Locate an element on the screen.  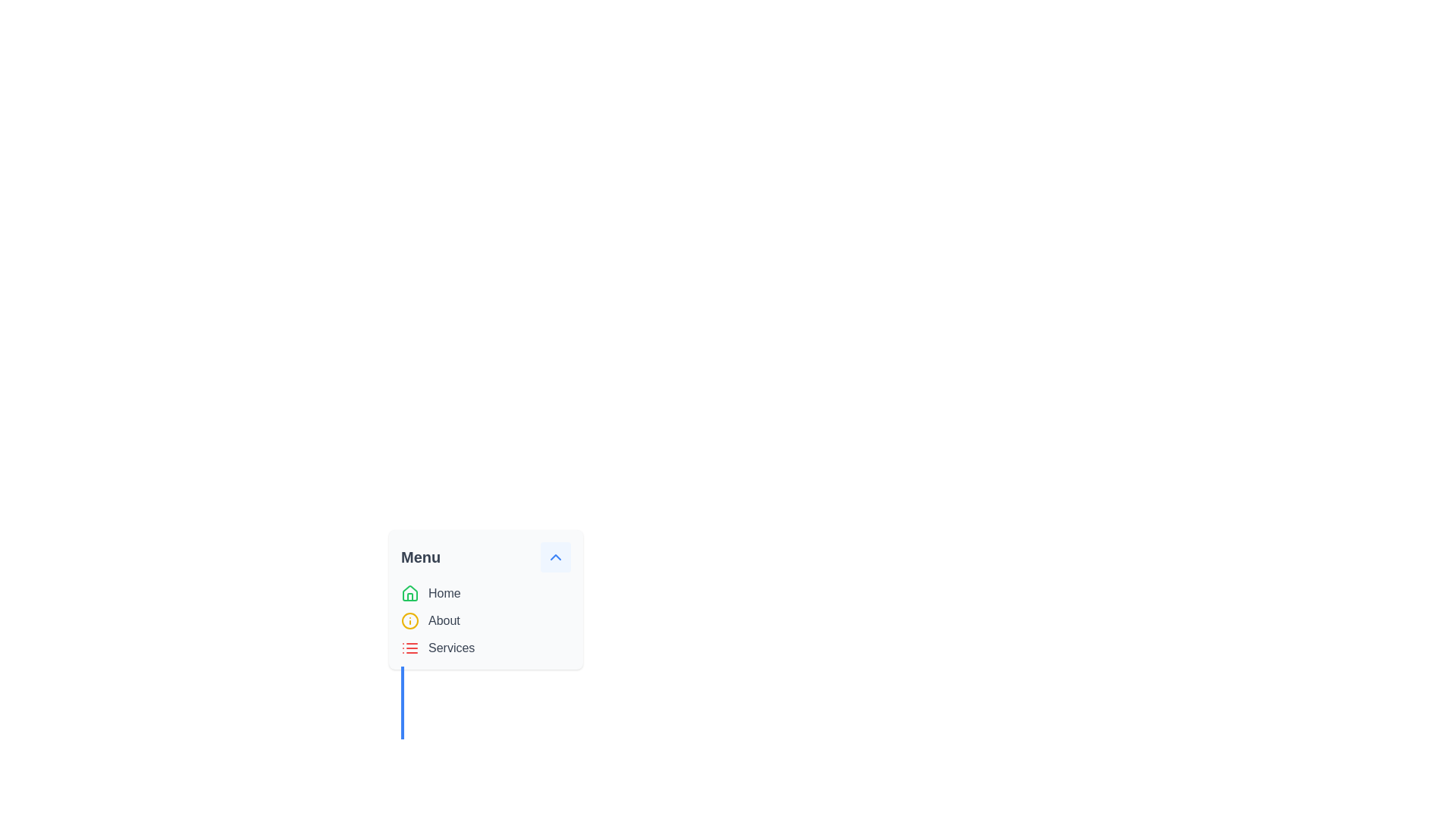
the circular icon with a yellow outline in the 'Info' symbol located in the menu section titled 'Menu' is located at coordinates (410, 620).